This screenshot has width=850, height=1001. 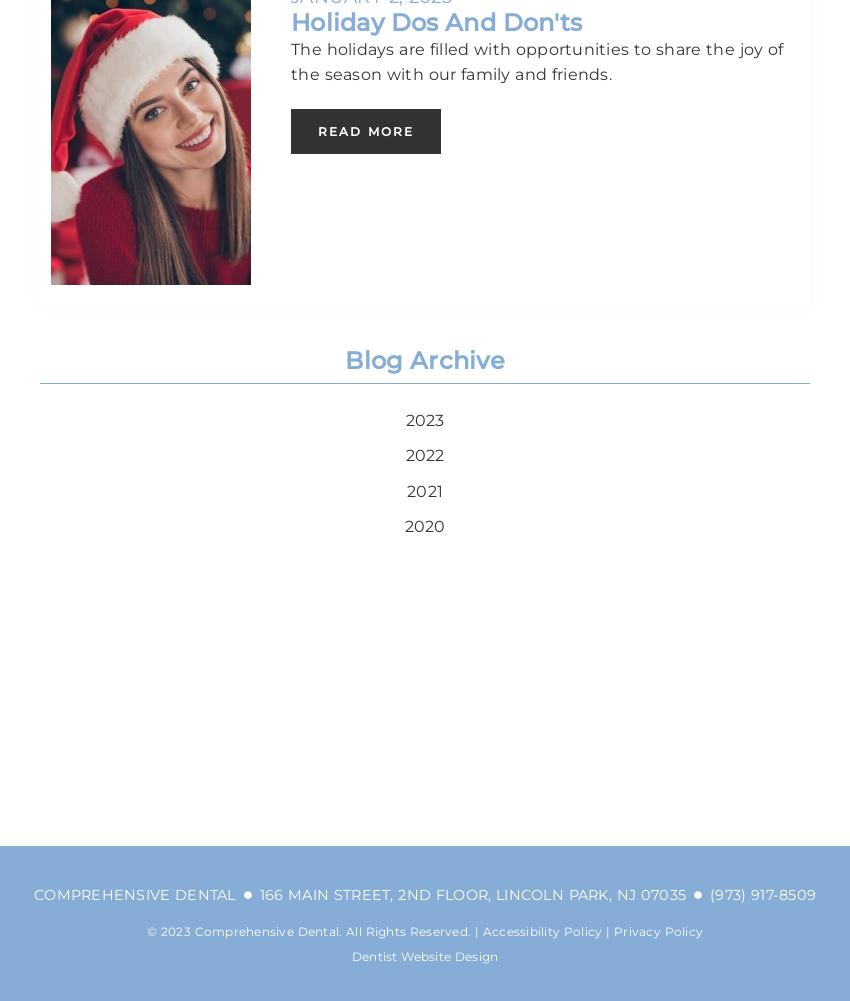 I want to click on 'Dentist Website Design', so click(x=424, y=954).